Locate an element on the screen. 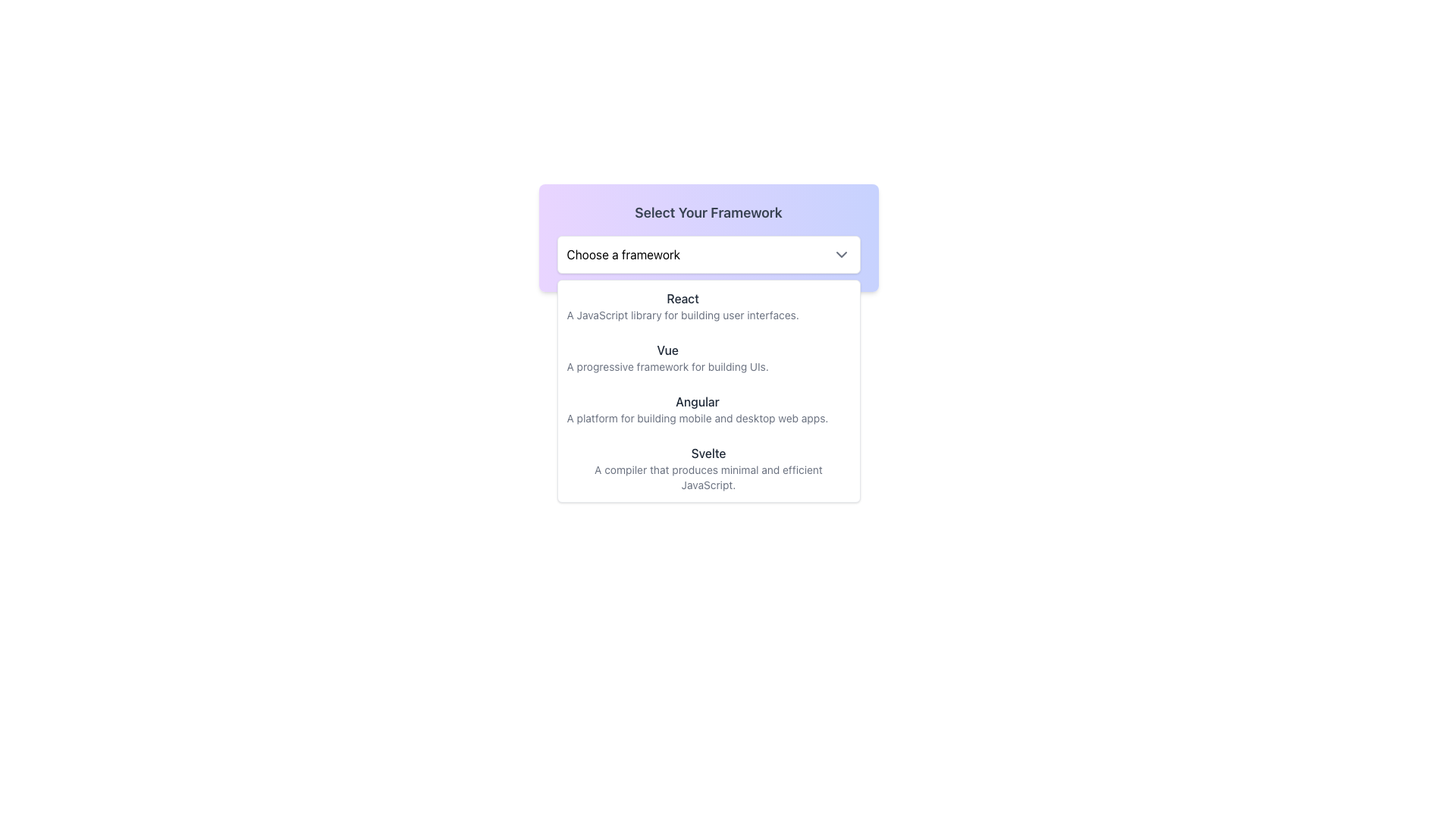 Image resolution: width=1456 pixels, height=819 pixels. the descriptive text element located directly beneath the word 'React', which provides a brief explanation of its purpose is located at coordinates (682, 315).